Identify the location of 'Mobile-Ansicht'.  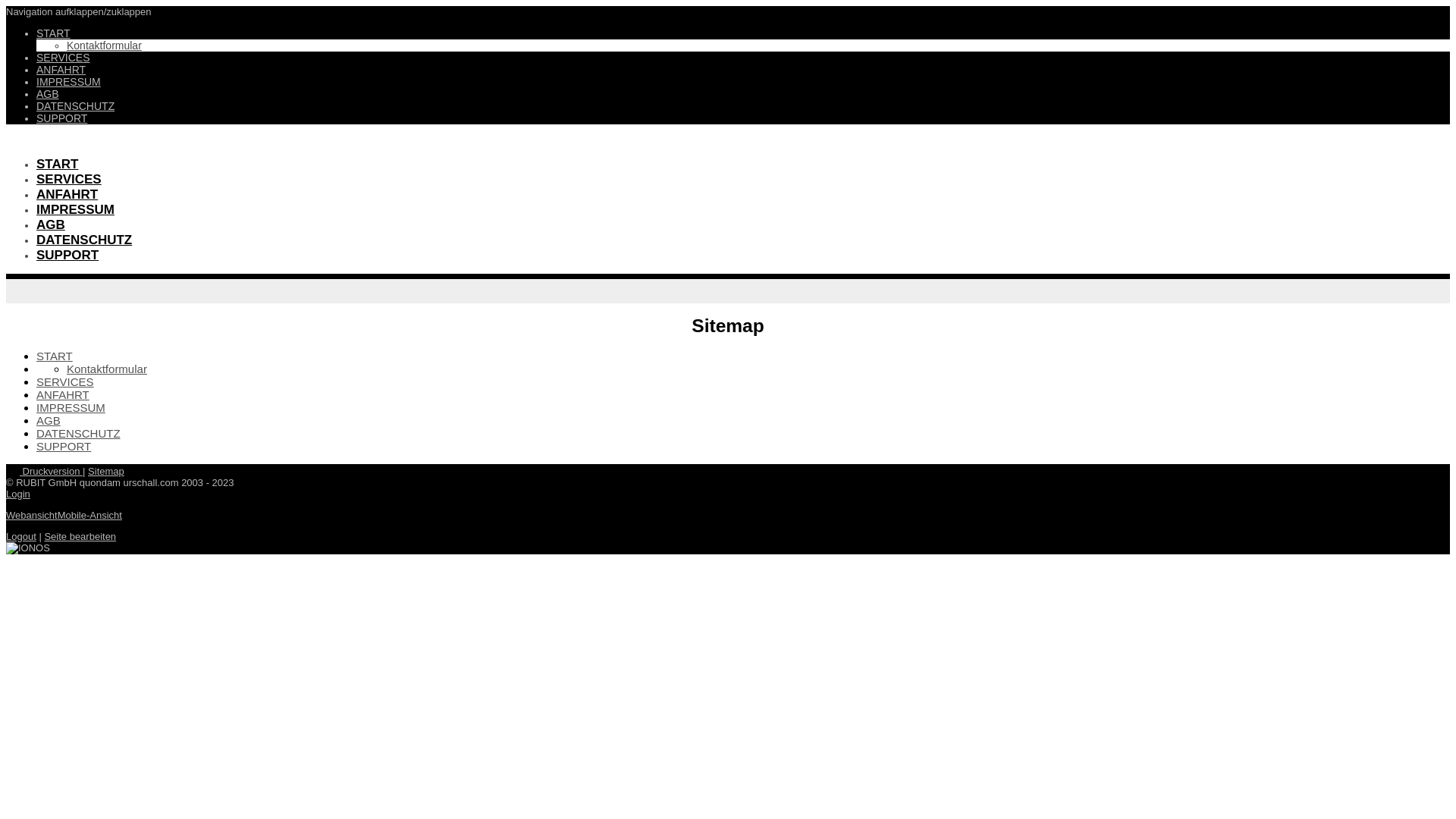
(58, 514).